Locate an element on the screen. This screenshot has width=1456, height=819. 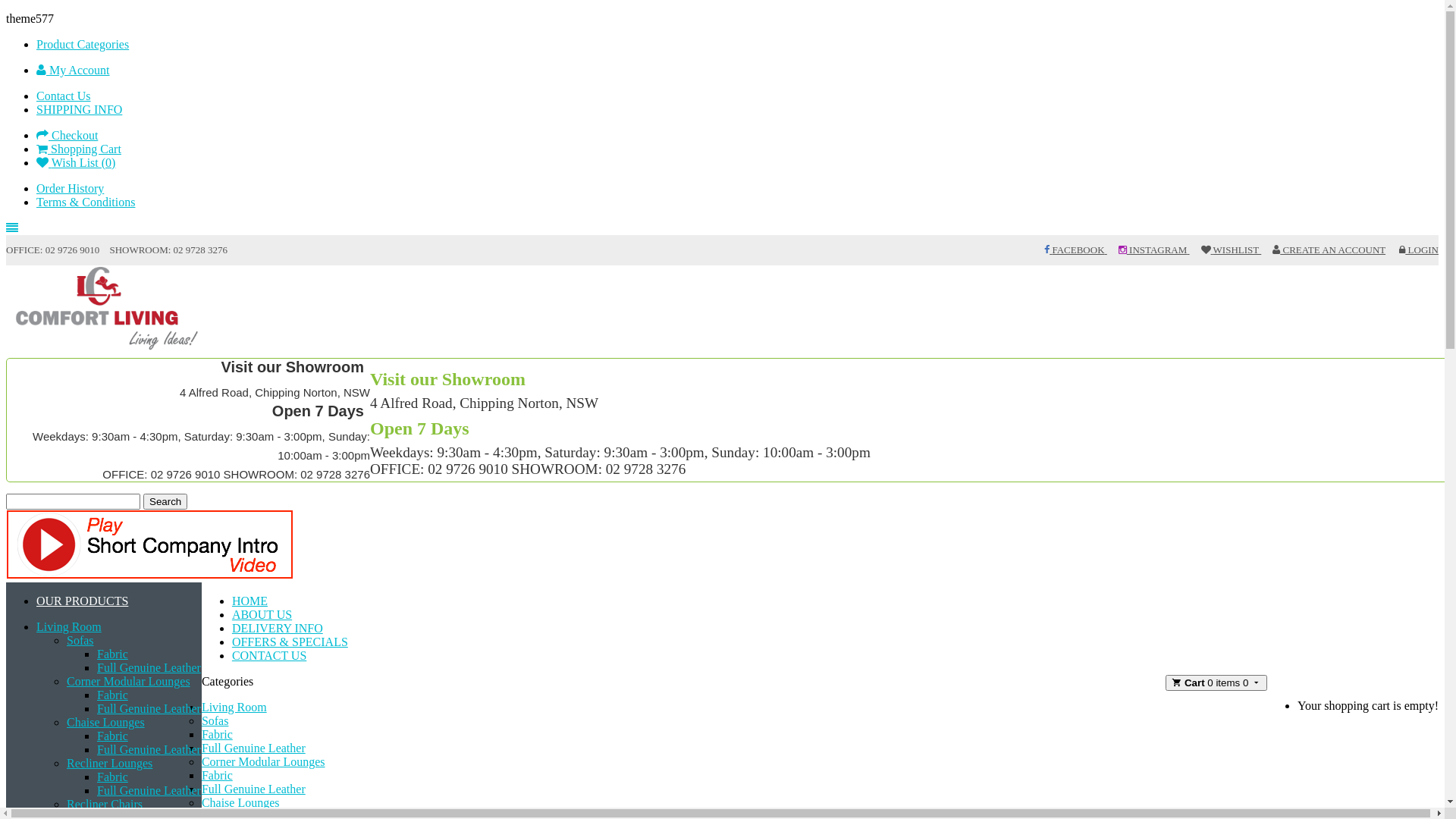
'Cart 0 items 0' is located at coordinates (1164, 682).